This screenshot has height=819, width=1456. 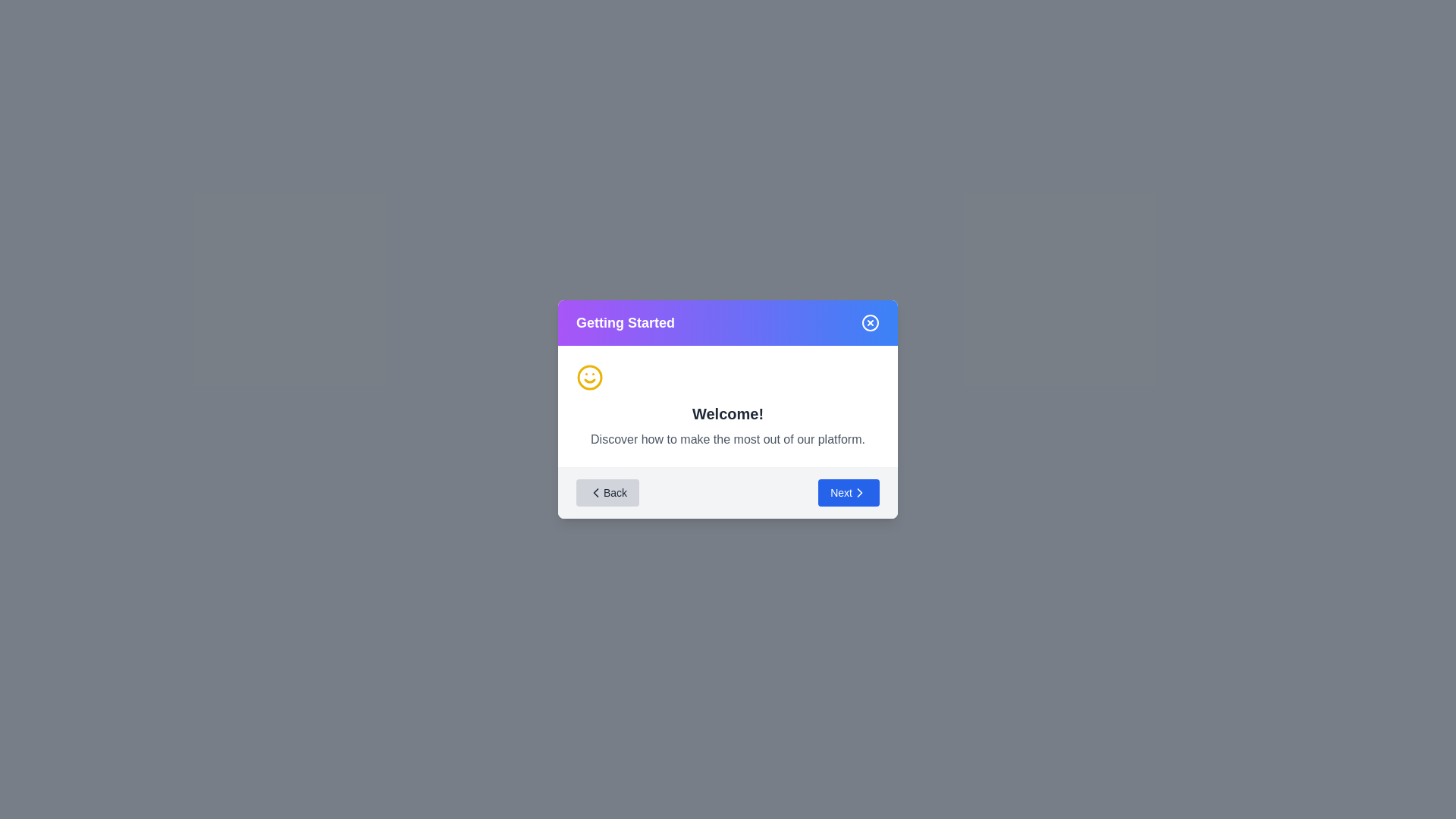 I want to click on the 'Back' button icon, which is a triangular arrowhead representing a backward navigation action located at the bottom-left corner of the dialog box, so click(x=595, y=493).